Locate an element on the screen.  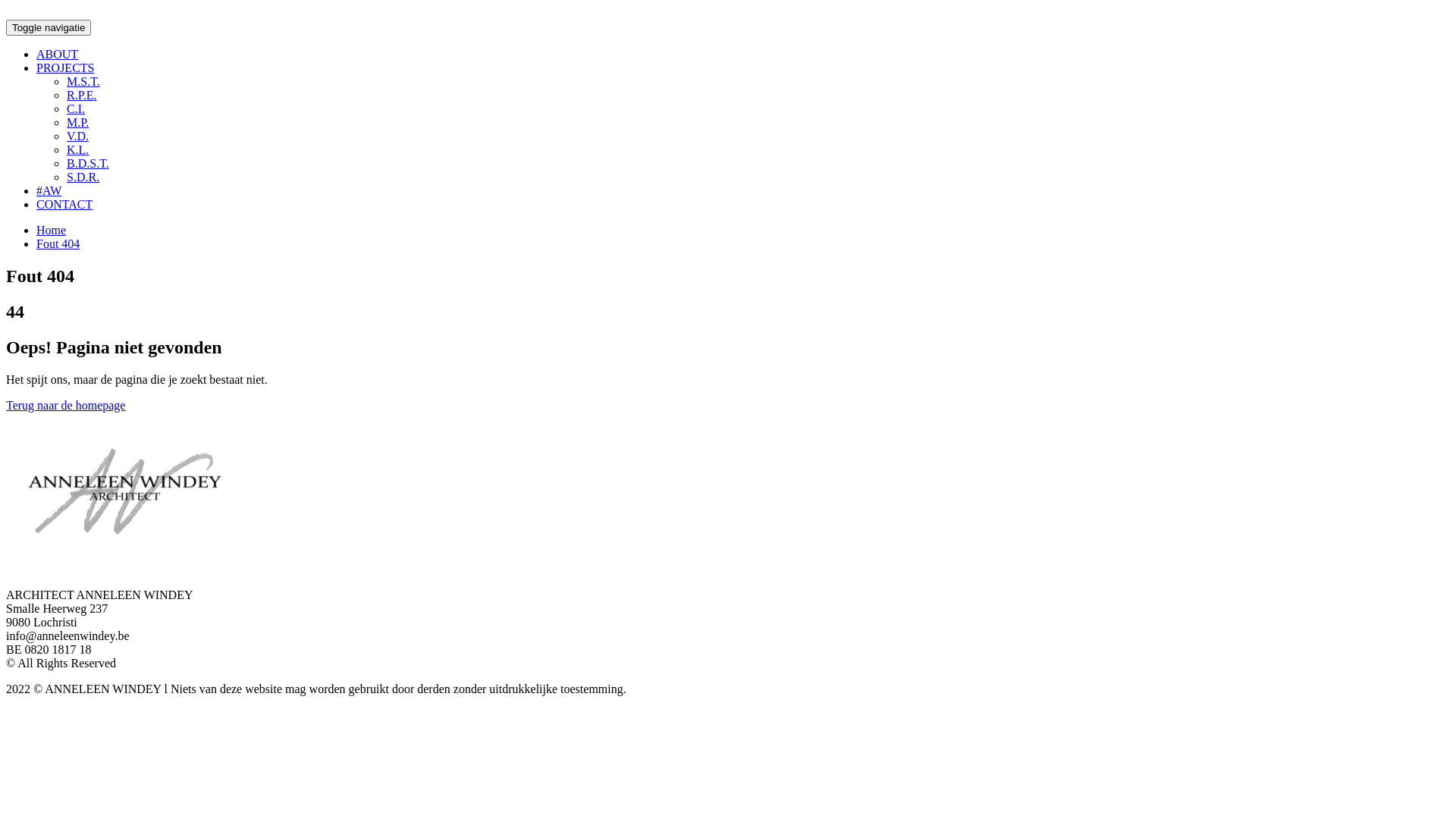
'#AW' is located at coordinates (49, 190).